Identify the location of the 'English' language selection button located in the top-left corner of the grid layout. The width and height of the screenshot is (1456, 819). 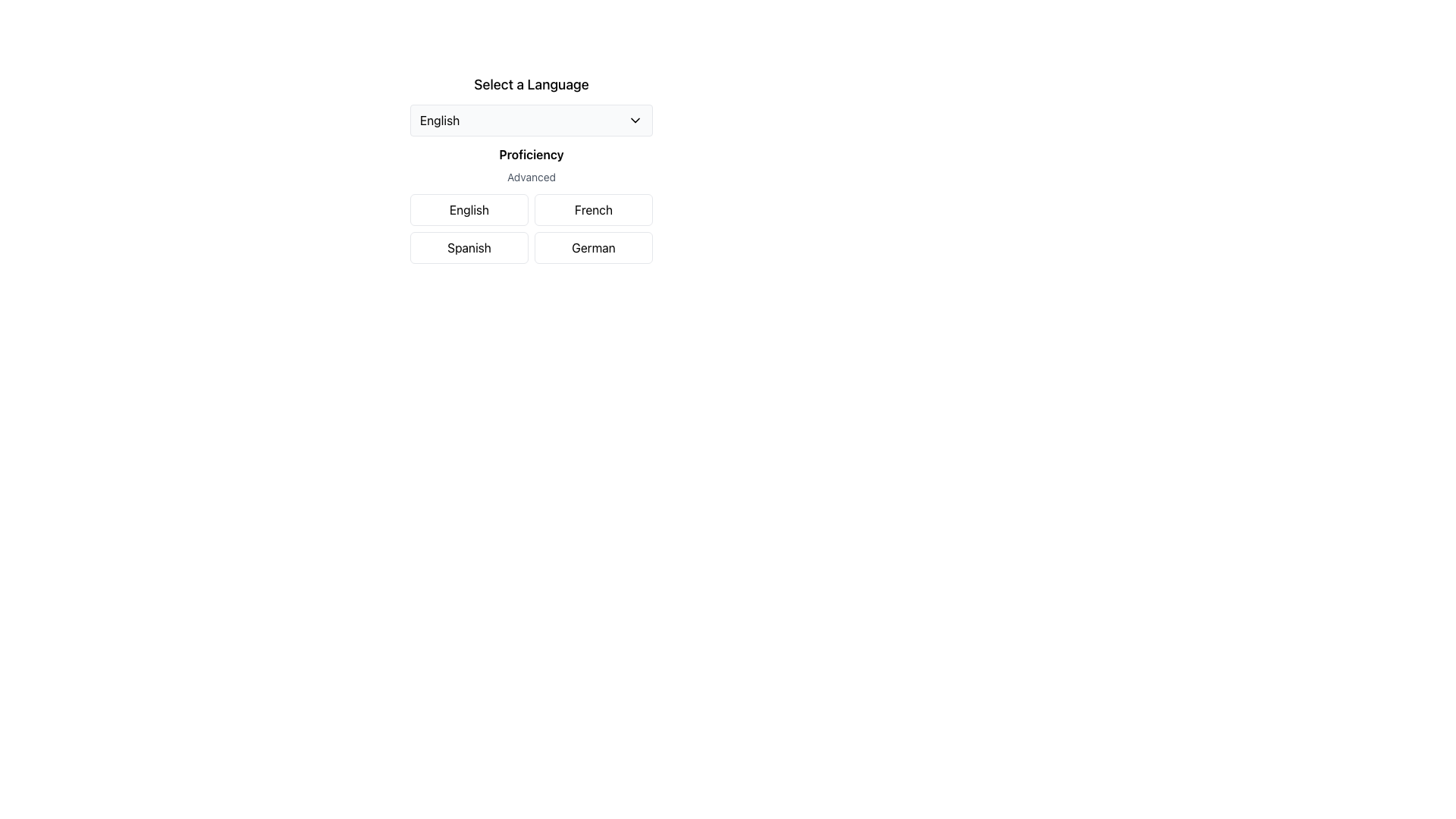
(469, 210).